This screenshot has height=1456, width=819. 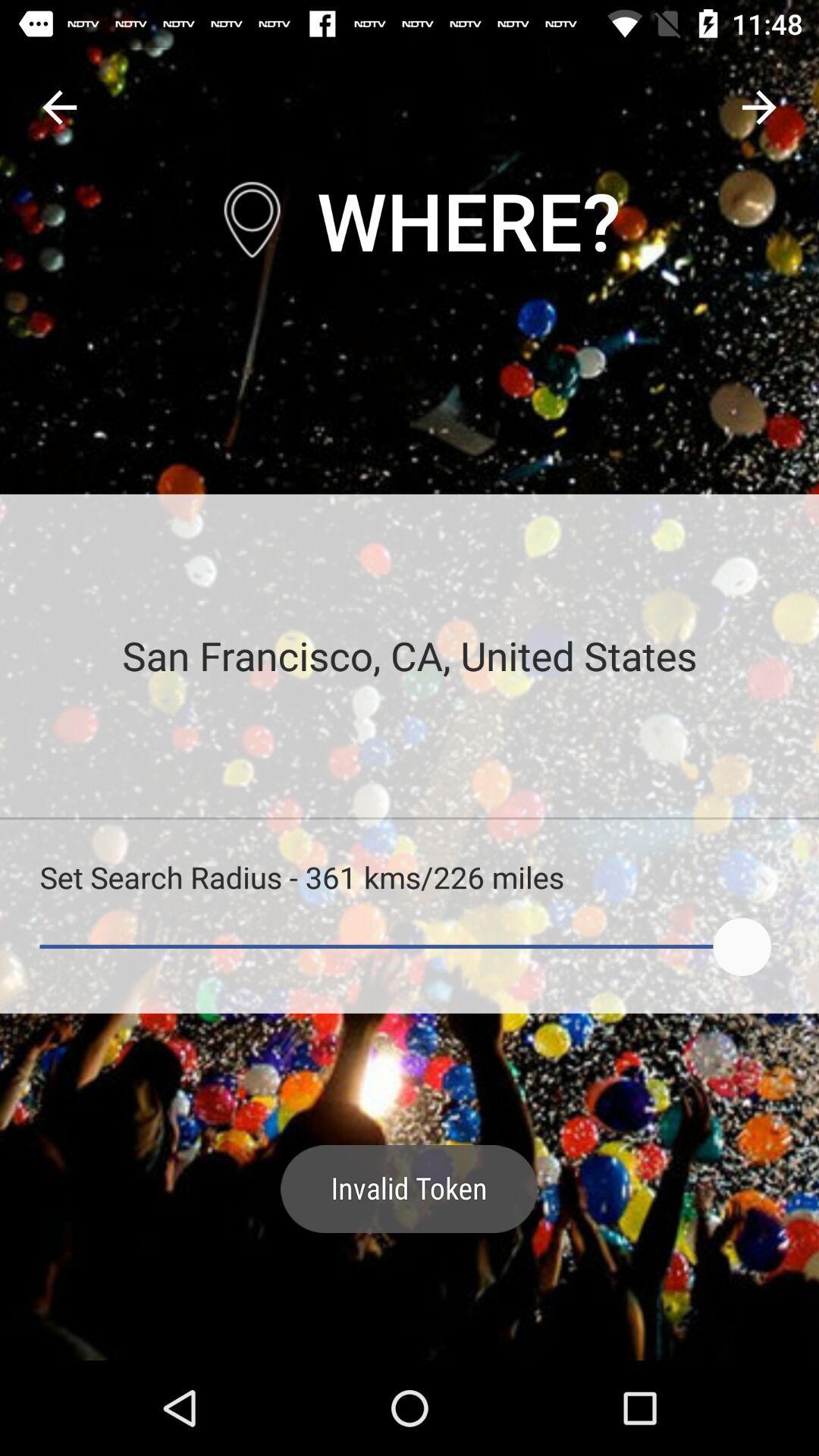 I want to click on the arrow_forward icon, so click(x=759, y=106).